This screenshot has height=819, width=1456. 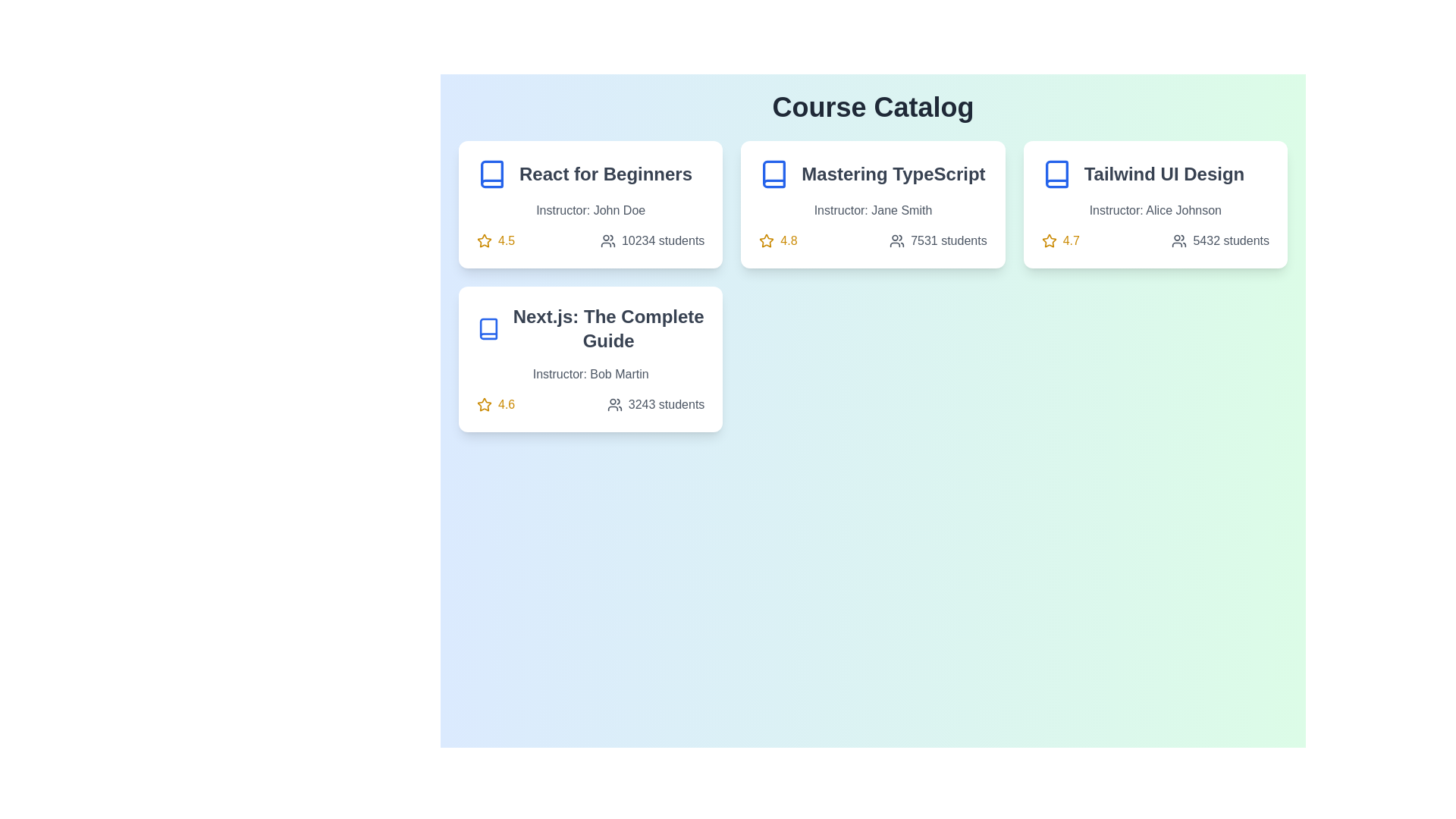 I want to click on the text displaying '3243 students' next to the user icon in the bottom section of the third course card in the 'Course Catalog' layout, so click(x=656, y=403).